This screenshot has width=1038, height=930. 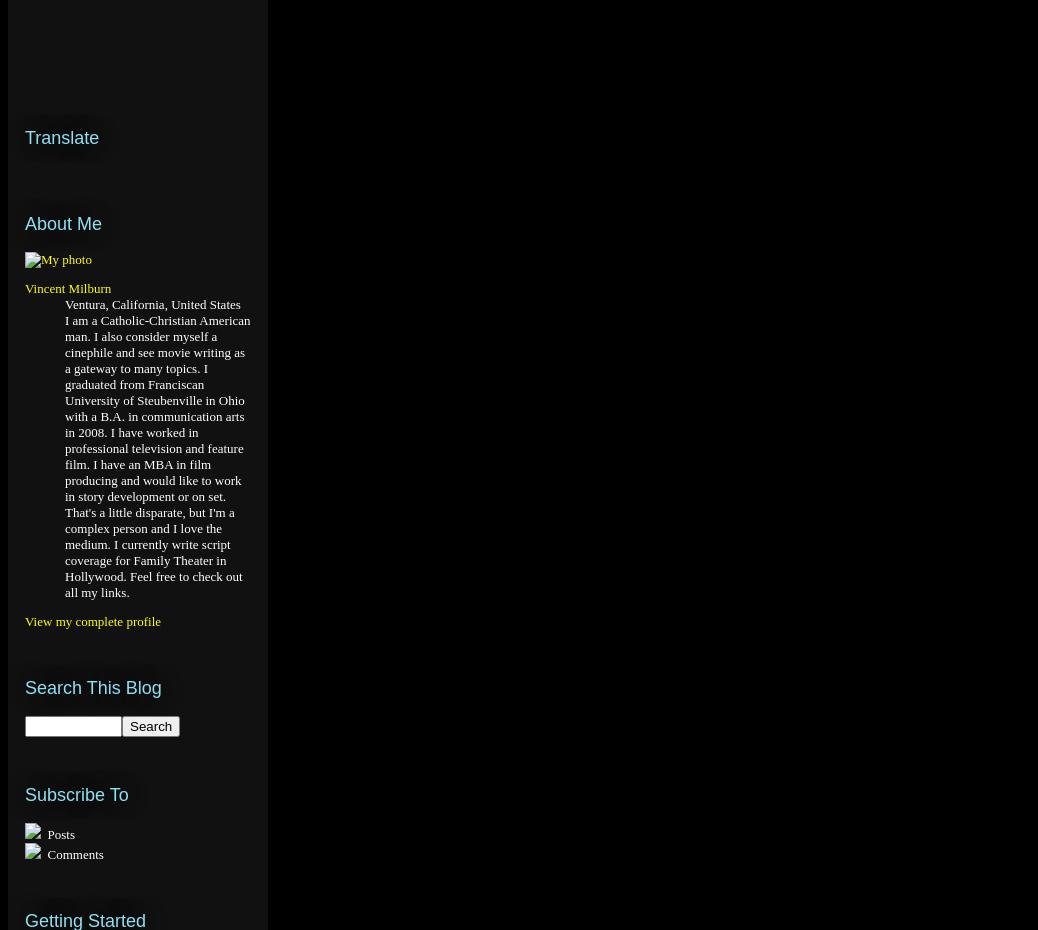 What do you see at coordinates (62, 223) in the screenshot?
I see `'About Me'` at bounding box center [62, 223].